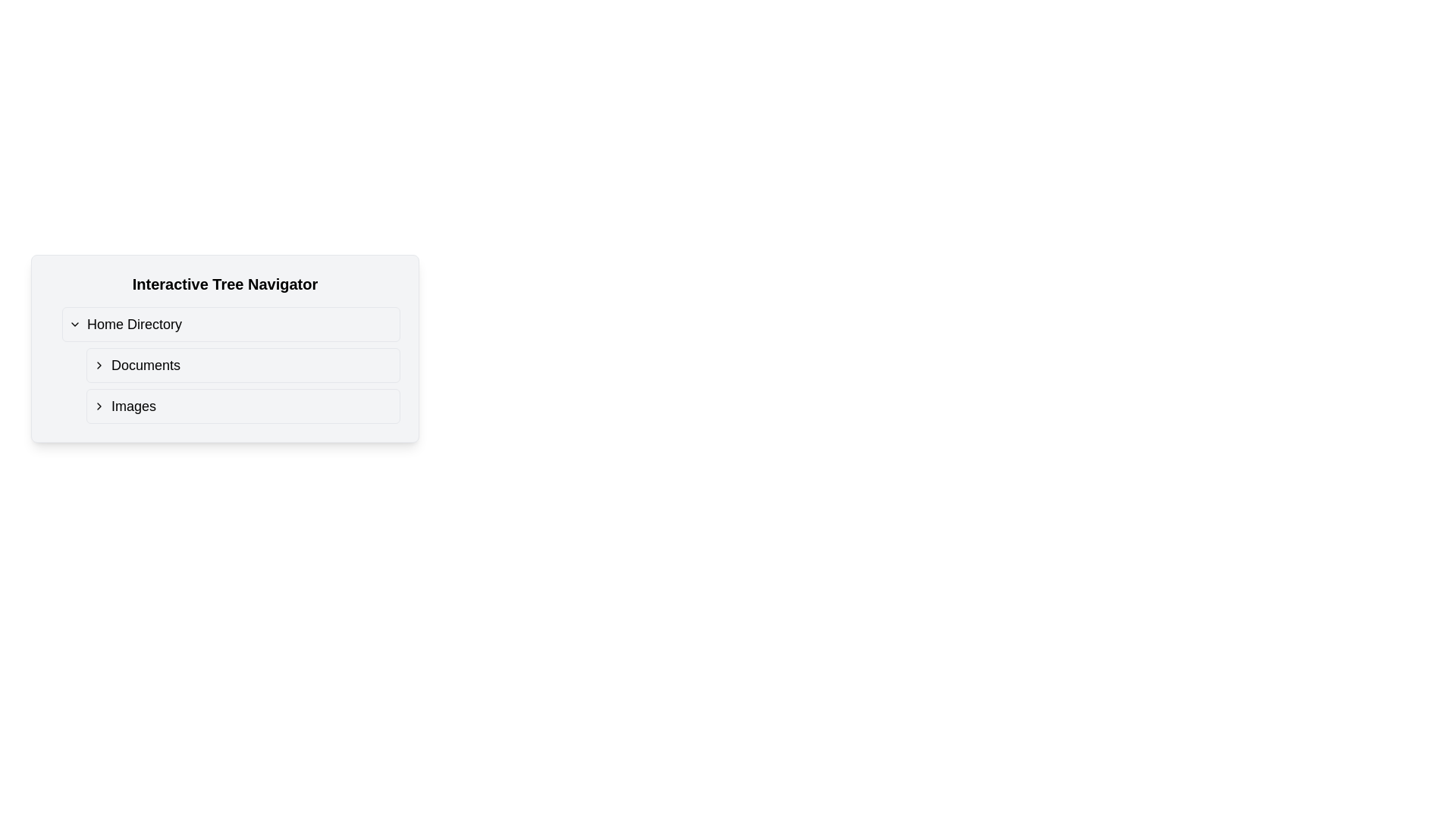 Image resolution: width=1456 pixels, height=819 pixels. What do you see at coordinates (224, 284) in the screenshot?
I see `the bold, large-font header text 'Interactive Tree Navigator' displayed against a light gray background, which serves as the title for the module` at bounding box center [224, 284].